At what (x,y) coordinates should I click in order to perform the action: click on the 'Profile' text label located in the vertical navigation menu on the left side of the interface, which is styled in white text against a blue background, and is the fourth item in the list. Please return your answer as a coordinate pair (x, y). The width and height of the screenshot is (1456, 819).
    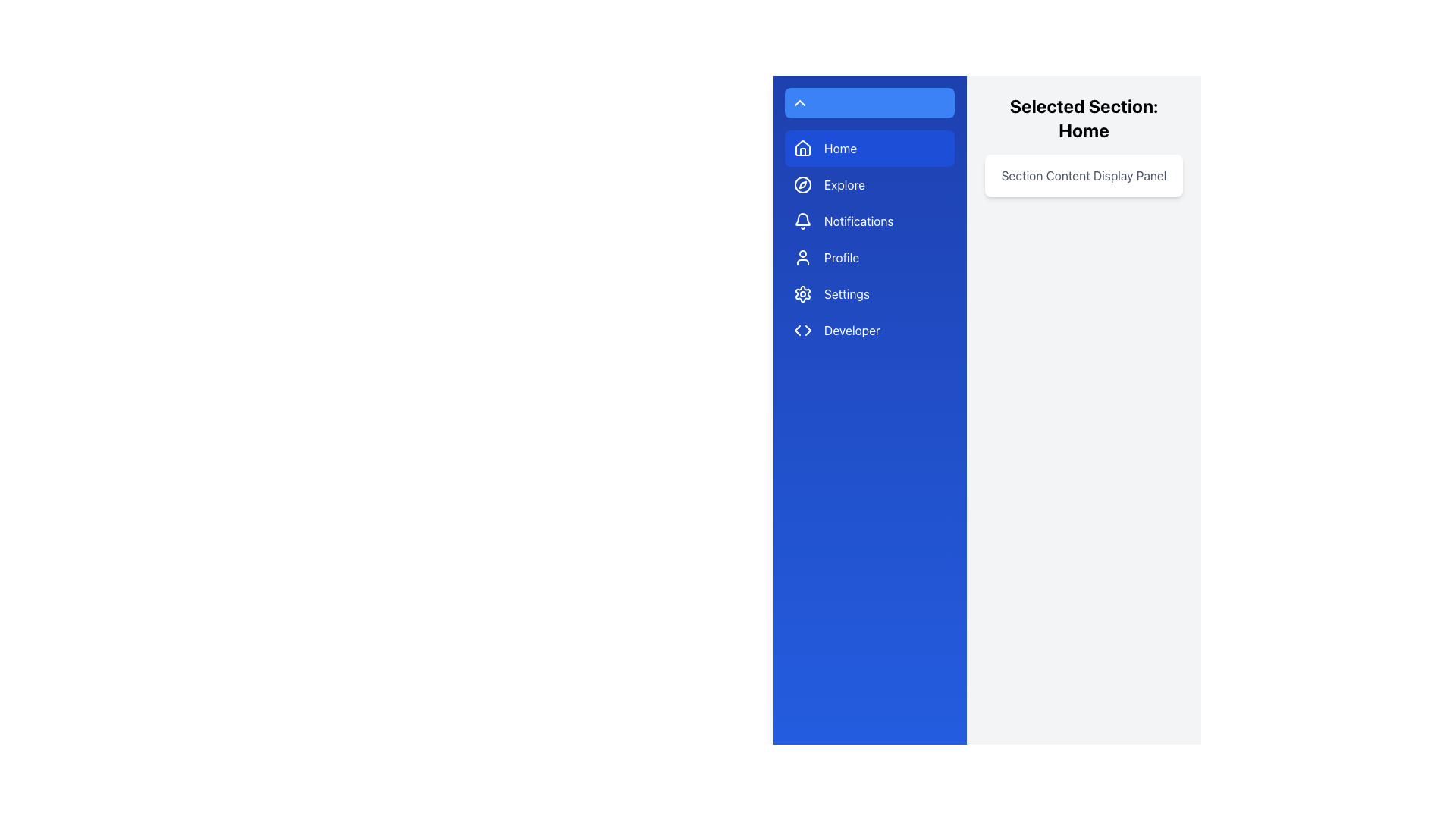
    Looking at the image, I should click on (841, 256).